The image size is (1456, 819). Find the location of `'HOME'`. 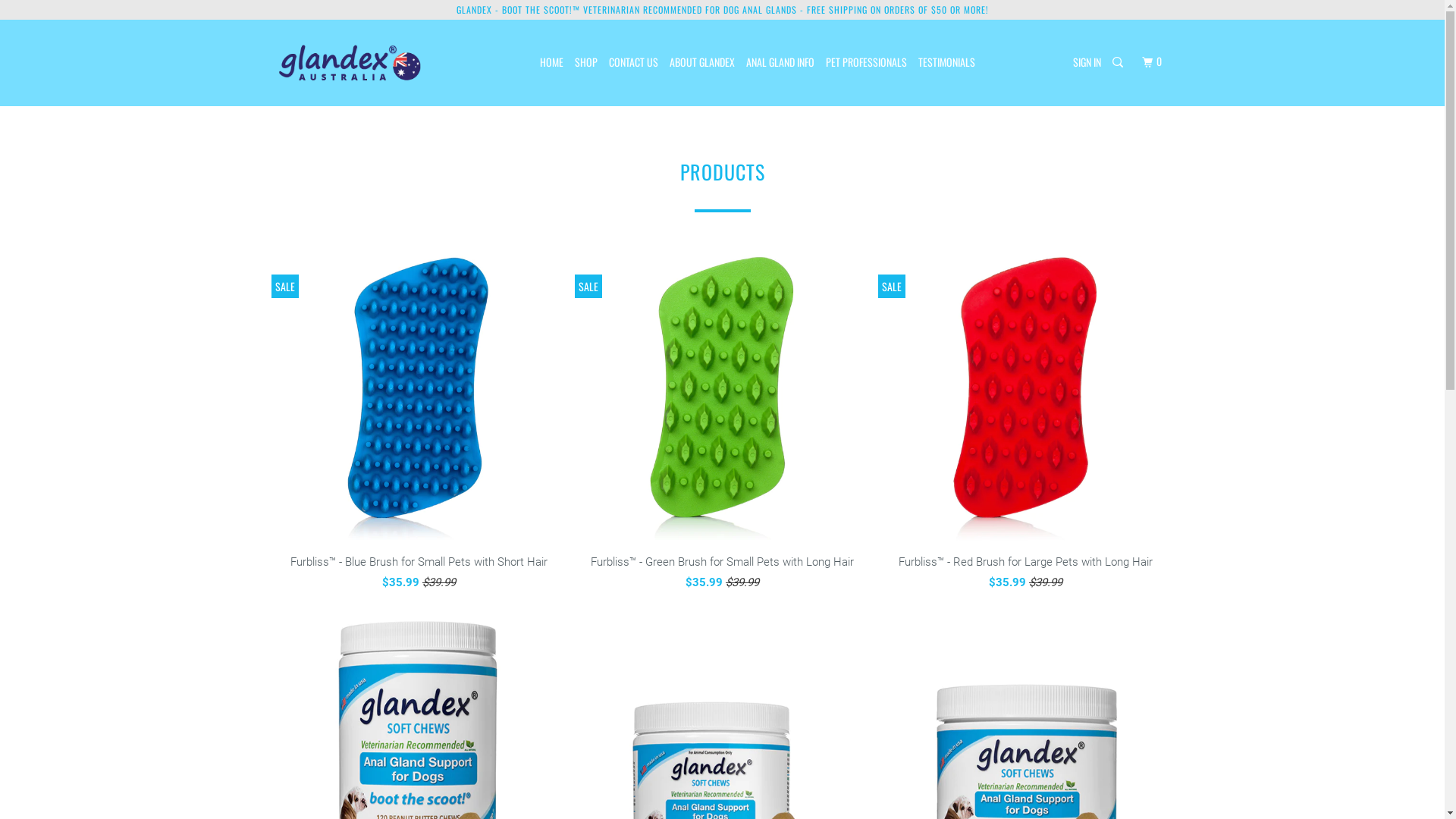

'HOME' is located at coordinates (537, 61).